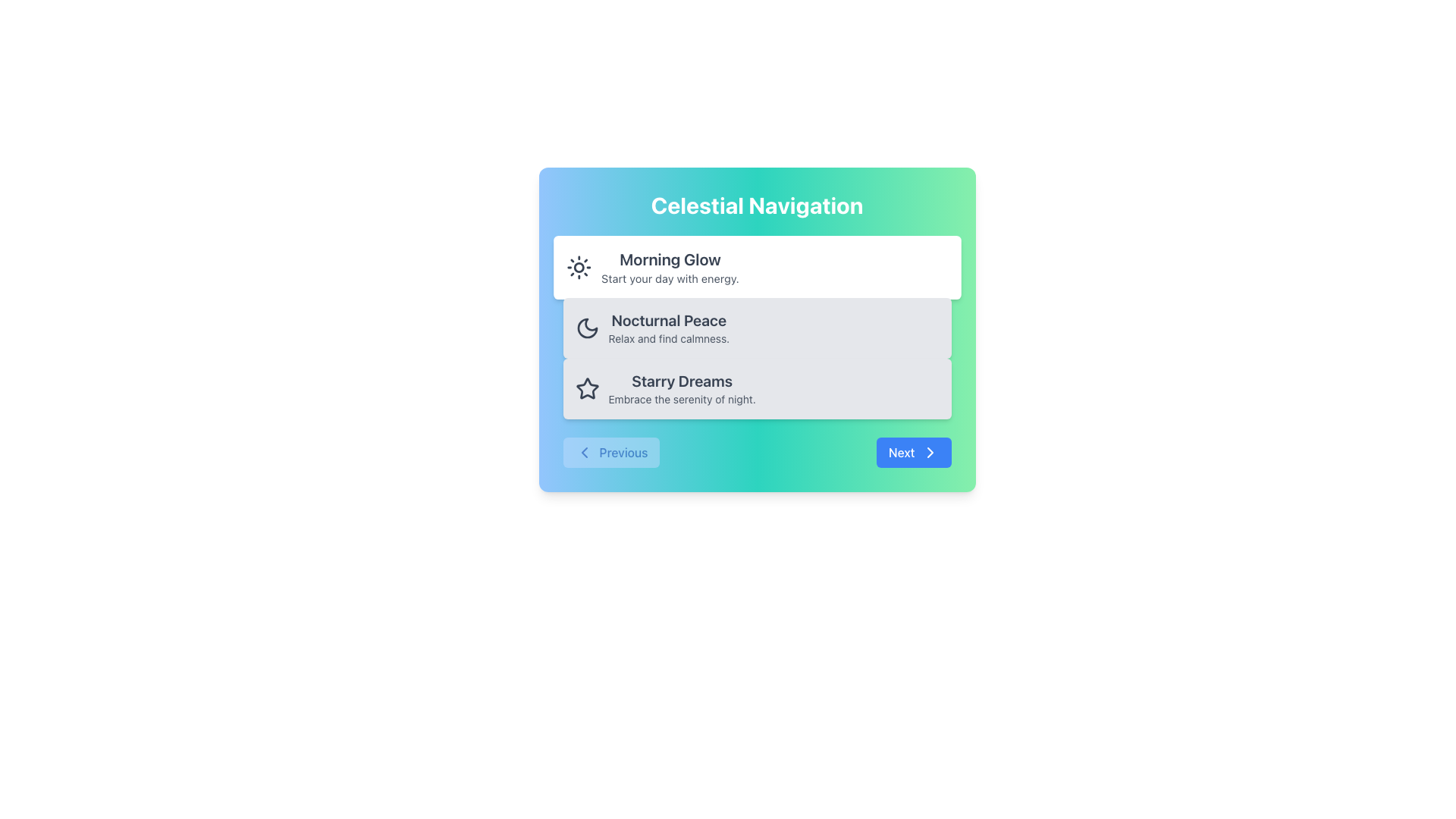 Image resolution: width=1456 pixels, height=819 pixels. Describe the element at coordinates (578, 267) in the screenshot. I see `the inner circle of the sun icon representing 'Morning Glow' in the vertical list of options` at that location.